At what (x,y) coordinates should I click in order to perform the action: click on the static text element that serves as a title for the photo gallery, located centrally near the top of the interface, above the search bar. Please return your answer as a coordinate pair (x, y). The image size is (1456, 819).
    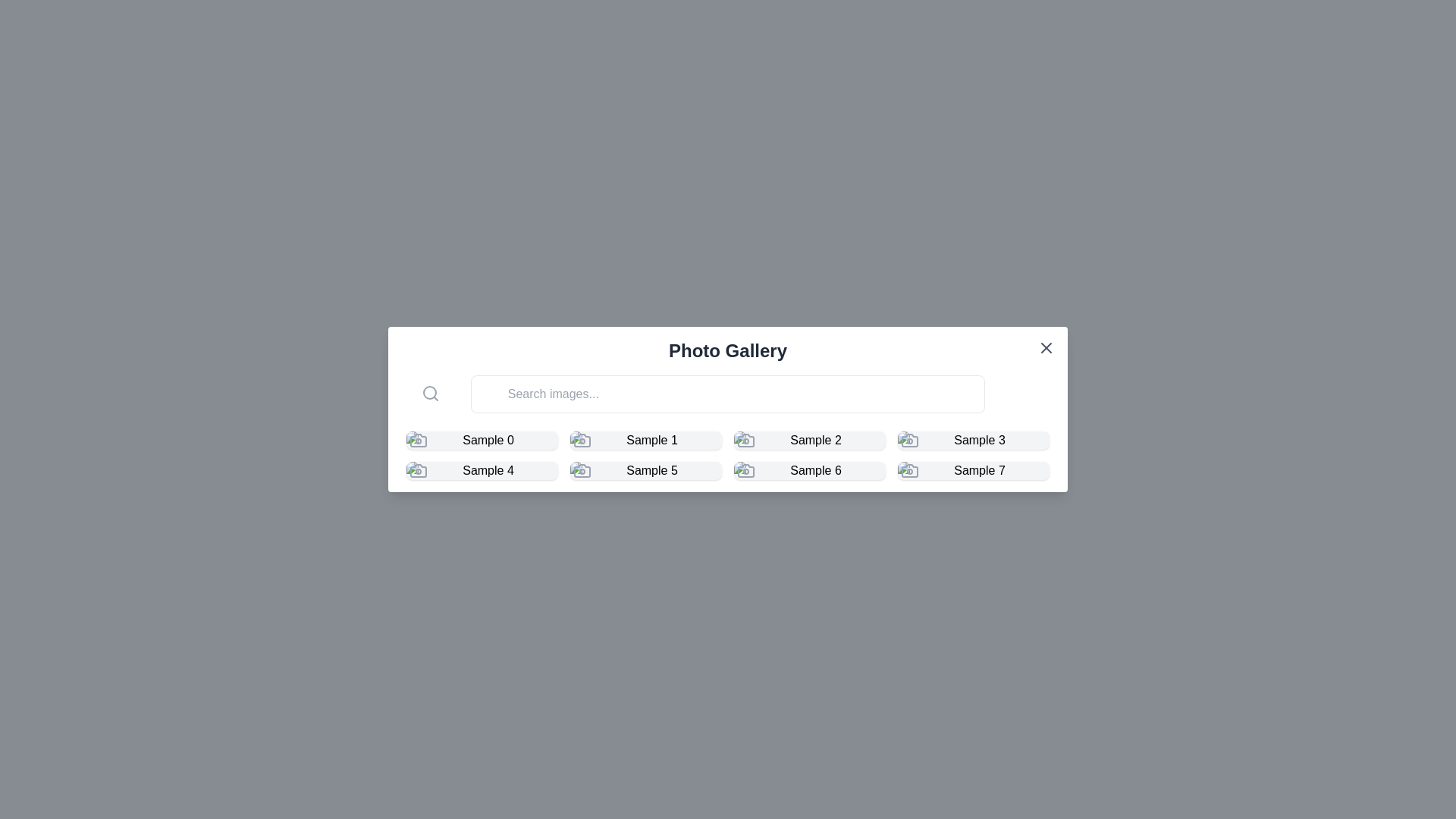
    Looking at the image, I should click on (728, 350).